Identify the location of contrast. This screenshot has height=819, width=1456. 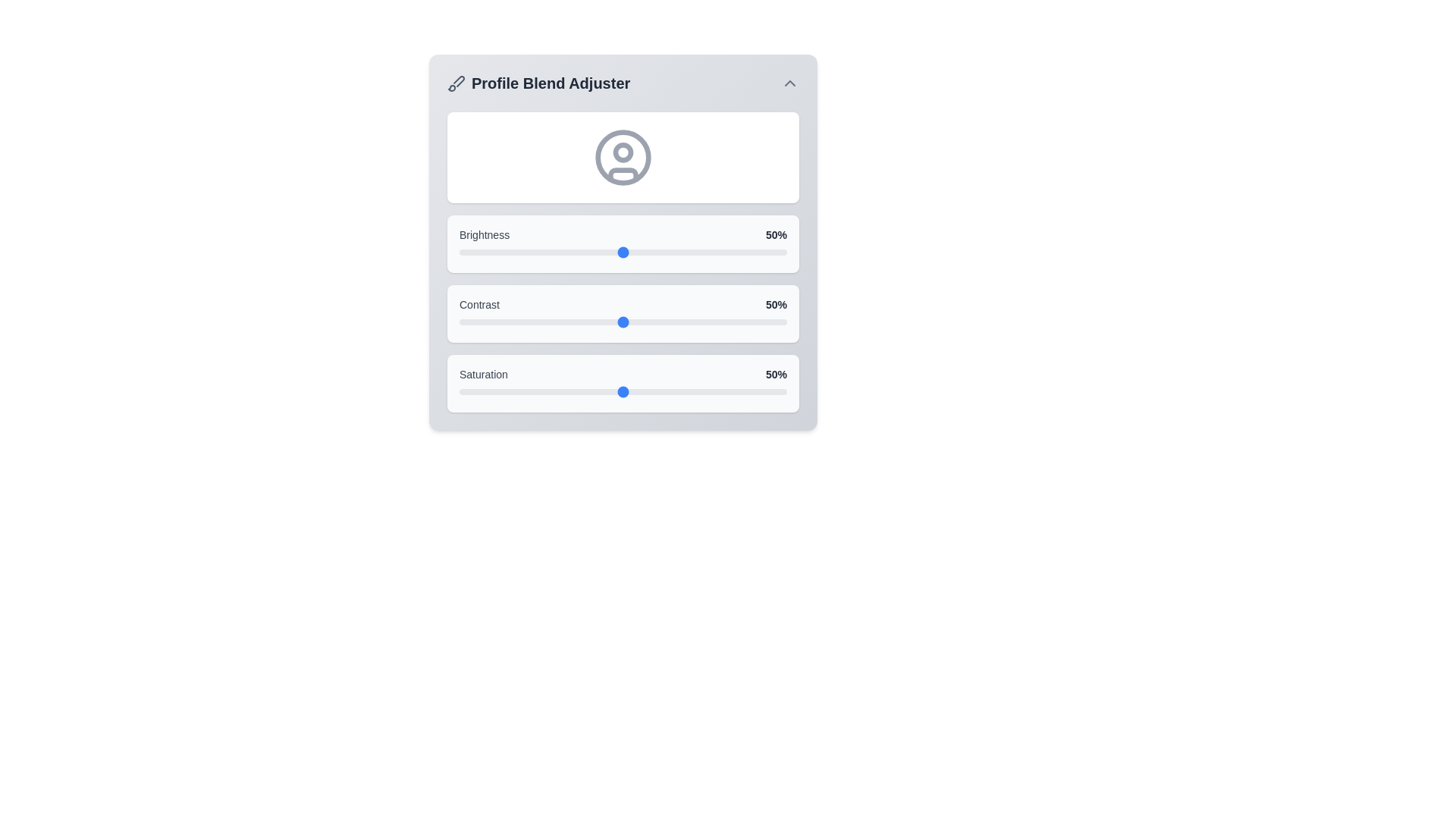
(478, 321).